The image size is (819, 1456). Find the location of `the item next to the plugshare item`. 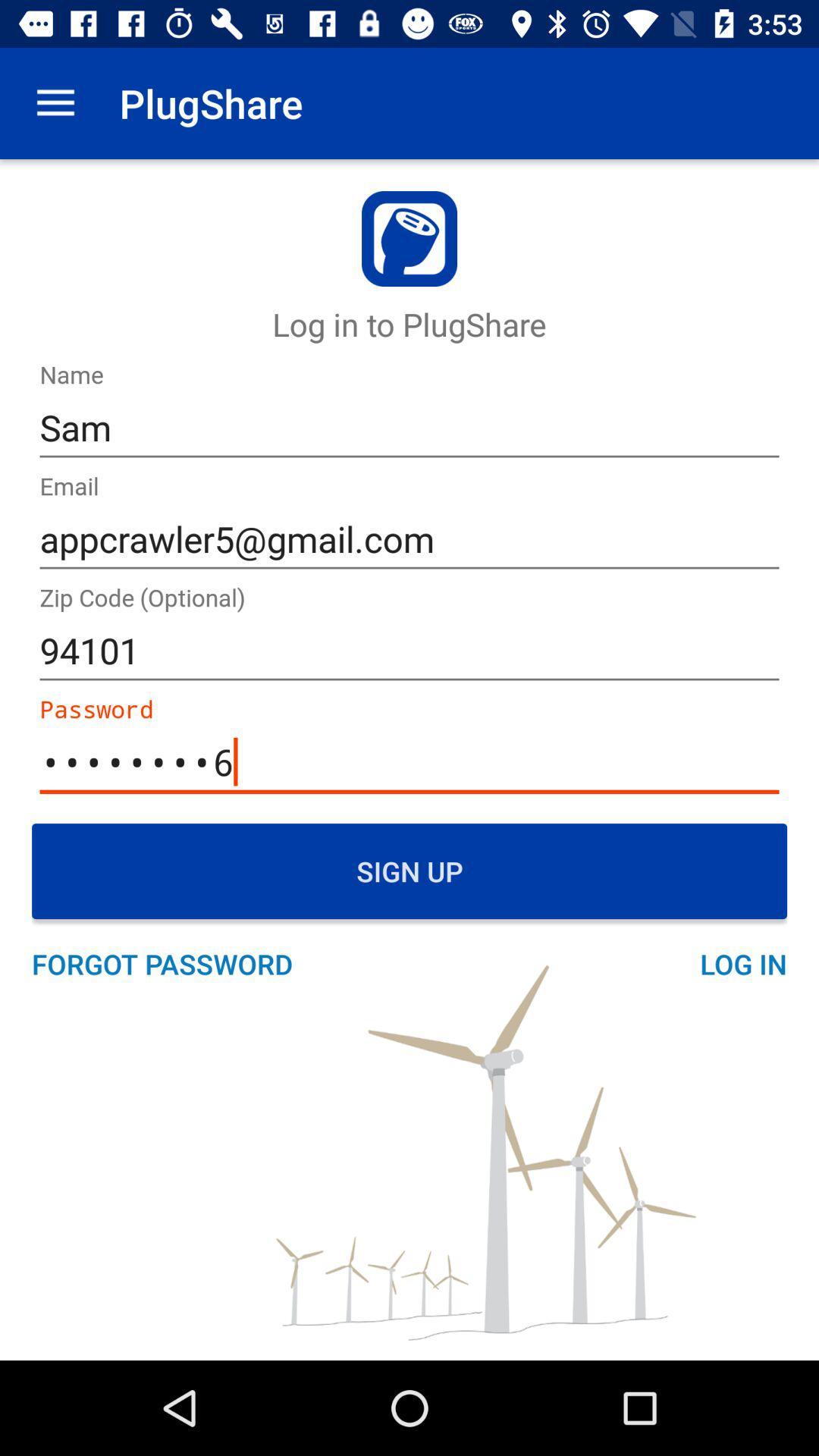

the item next to the plugshare item is located at coordinates (55, 102).